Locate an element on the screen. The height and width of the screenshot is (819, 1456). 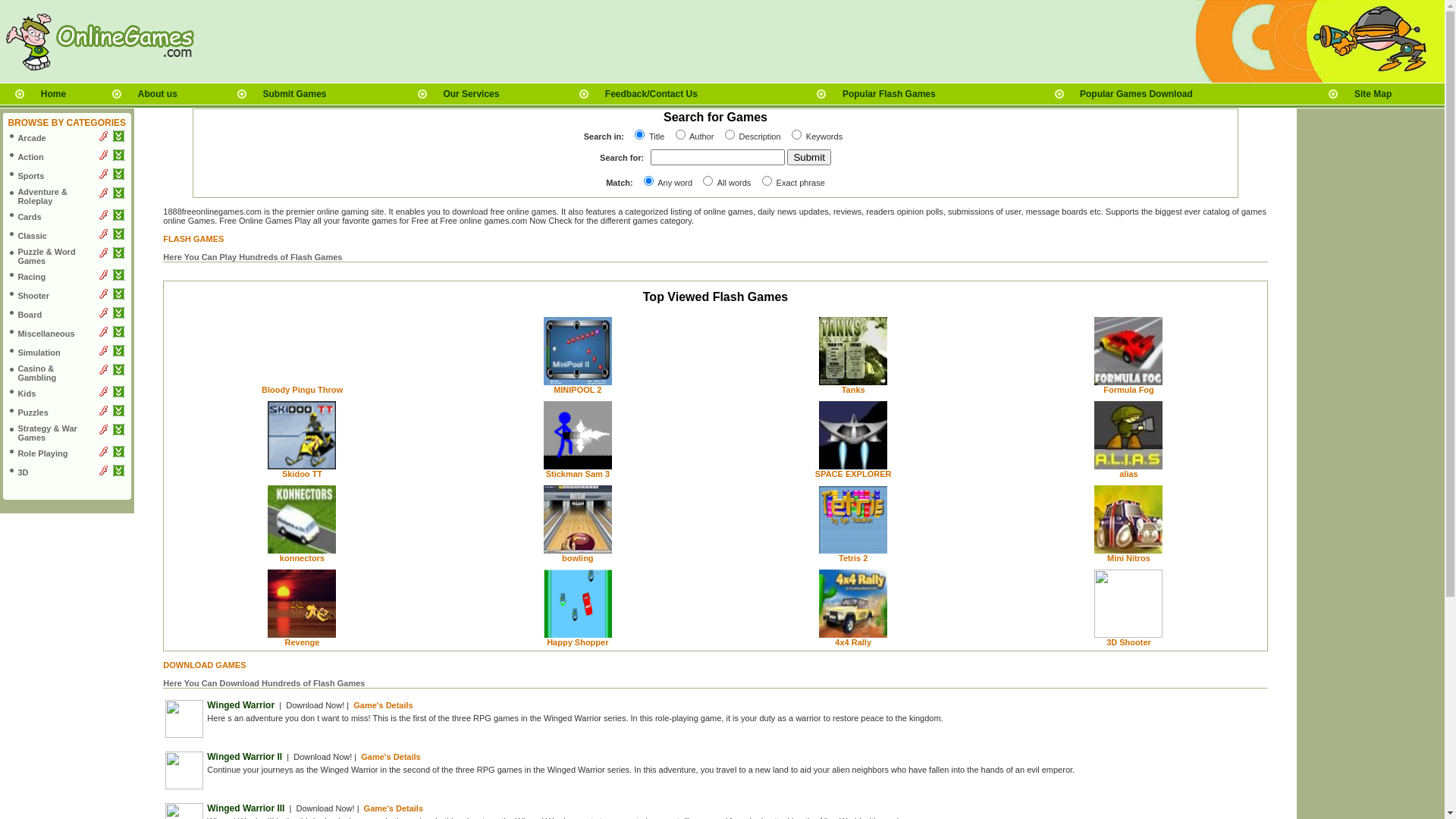
'Skidoo TT' is located at coordinates (282, 472).